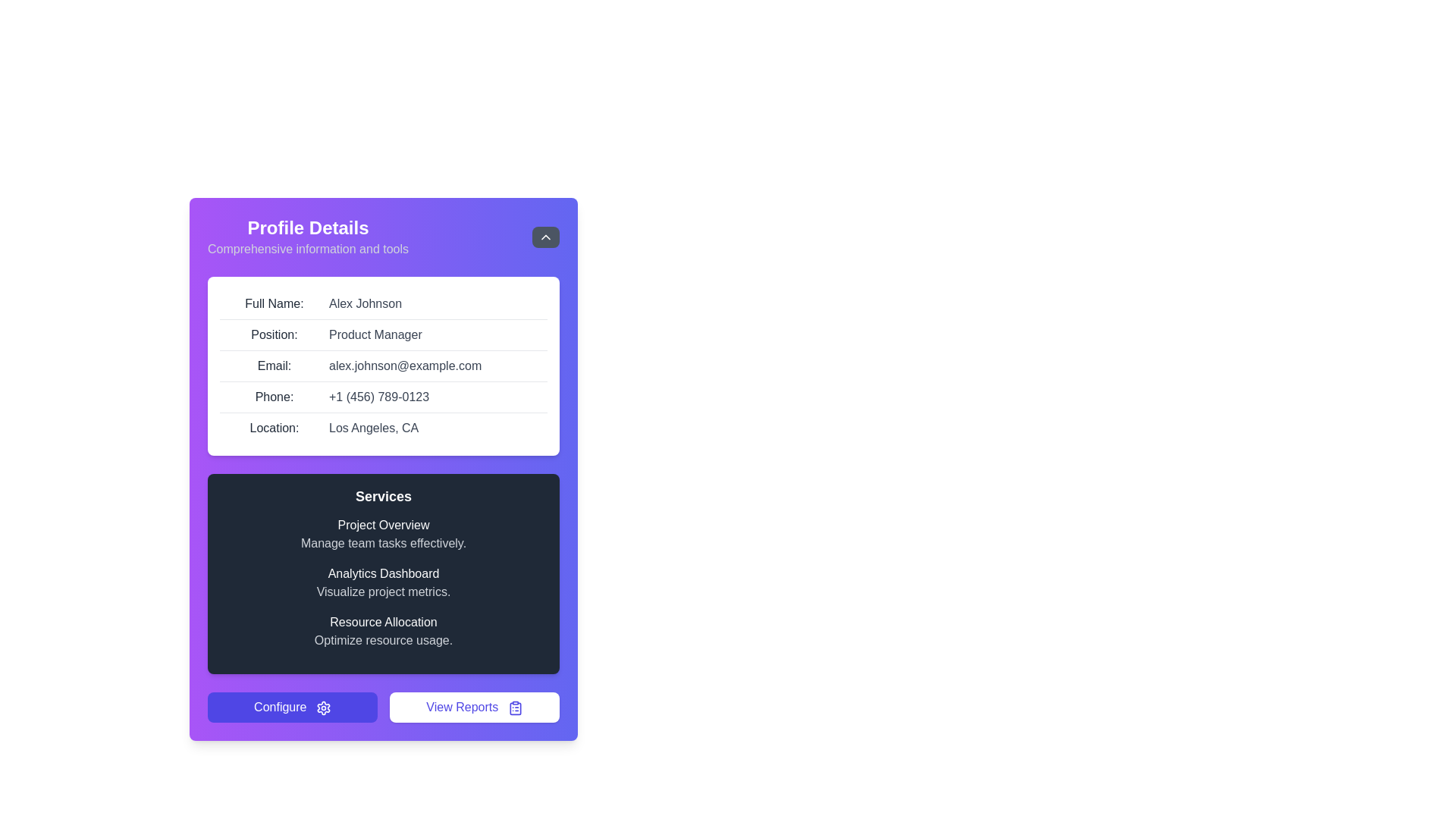 The image size is (1456, 819). What do you see at coordinates (274, 366) in the screenshot?
I see `the text label that signifies the adjacent email address, located in the left portion of the 'Profile Details' panel, above the 'Phone:' data row and below the 'Position:' data row` at bounding box center [274, 366].